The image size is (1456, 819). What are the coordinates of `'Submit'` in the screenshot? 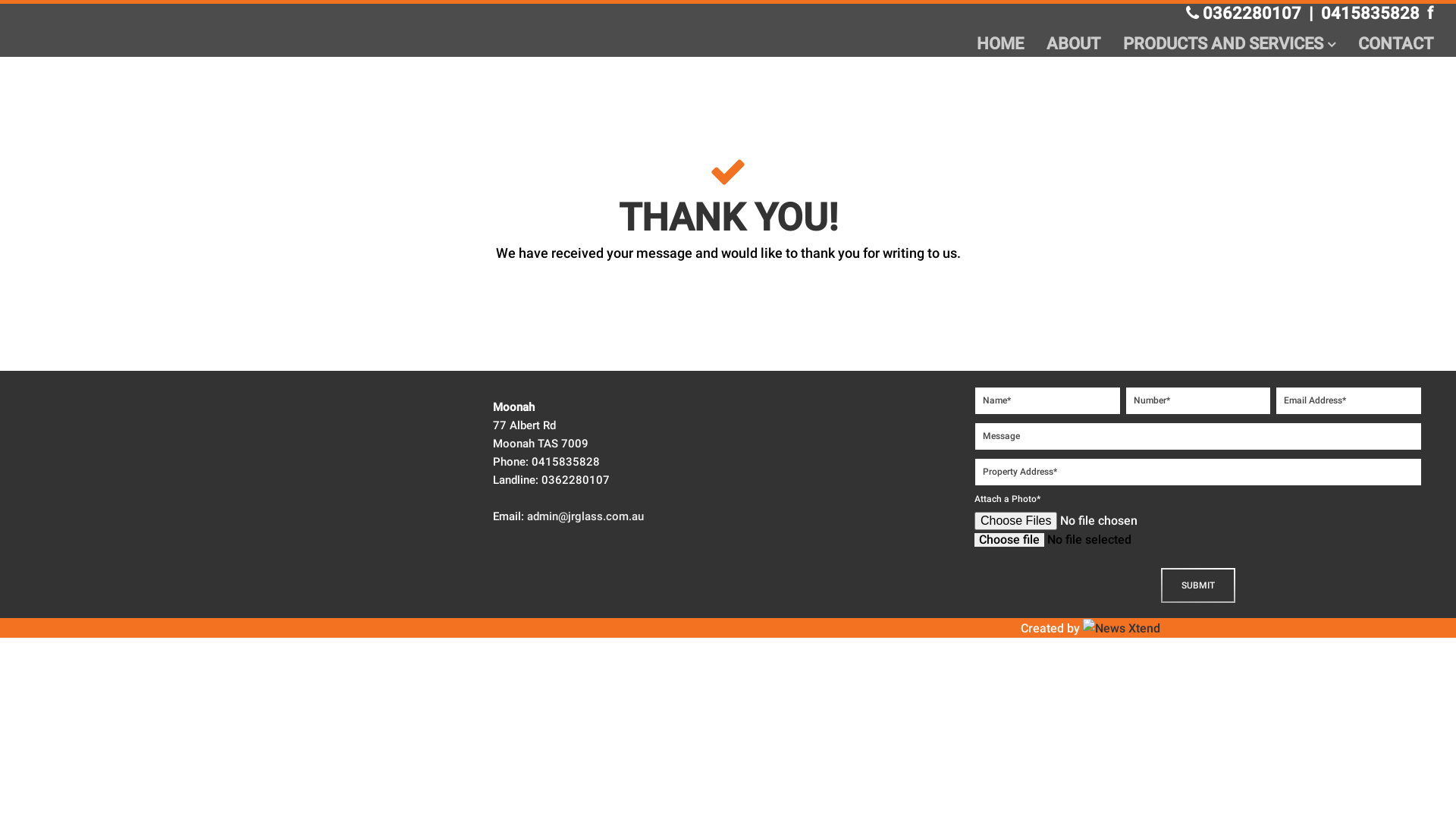 It's located at (1197, 584).